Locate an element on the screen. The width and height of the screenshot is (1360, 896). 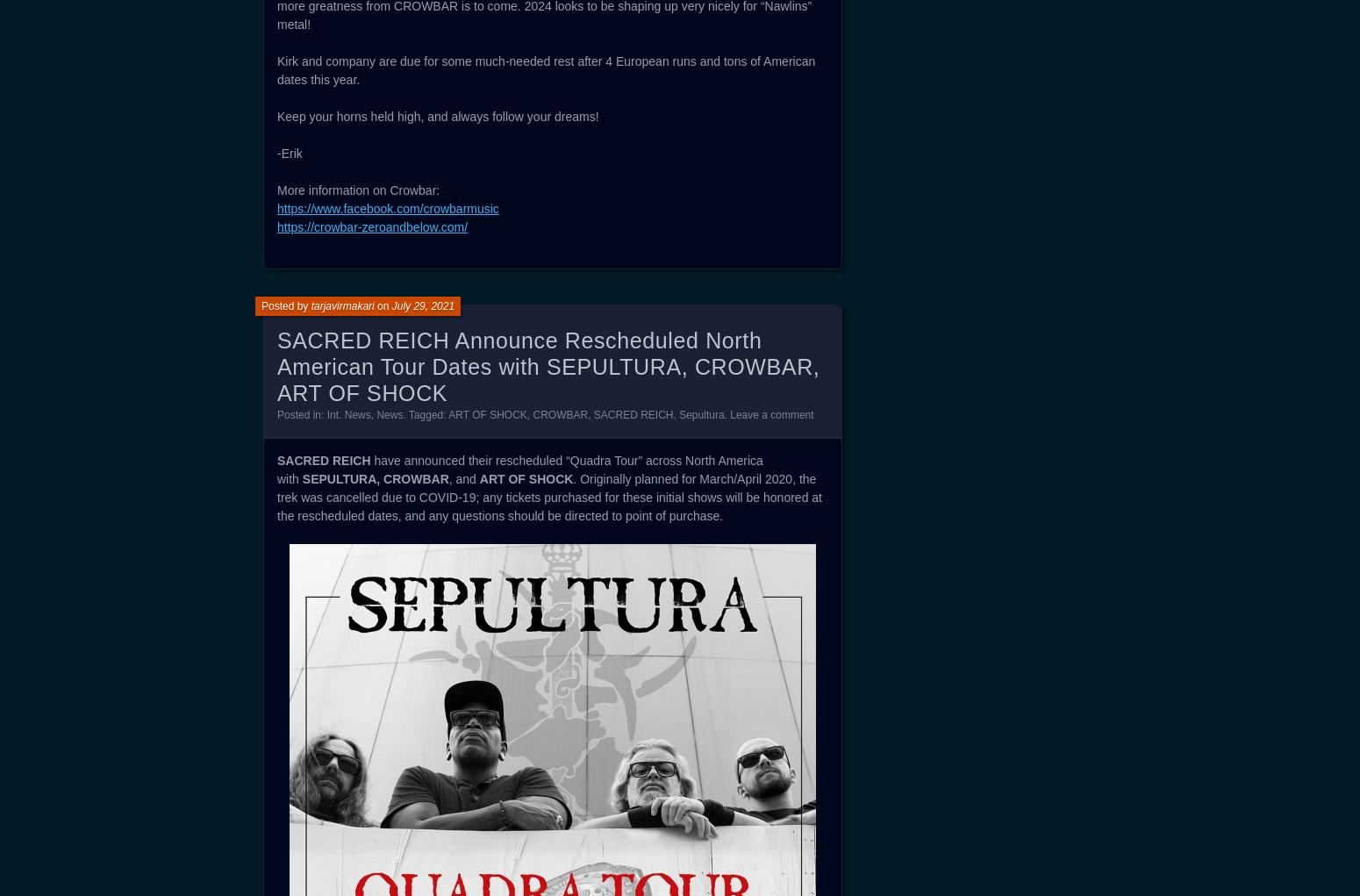
'SEPULTURA, CROWBAR' is located at coordinates (375, 479).